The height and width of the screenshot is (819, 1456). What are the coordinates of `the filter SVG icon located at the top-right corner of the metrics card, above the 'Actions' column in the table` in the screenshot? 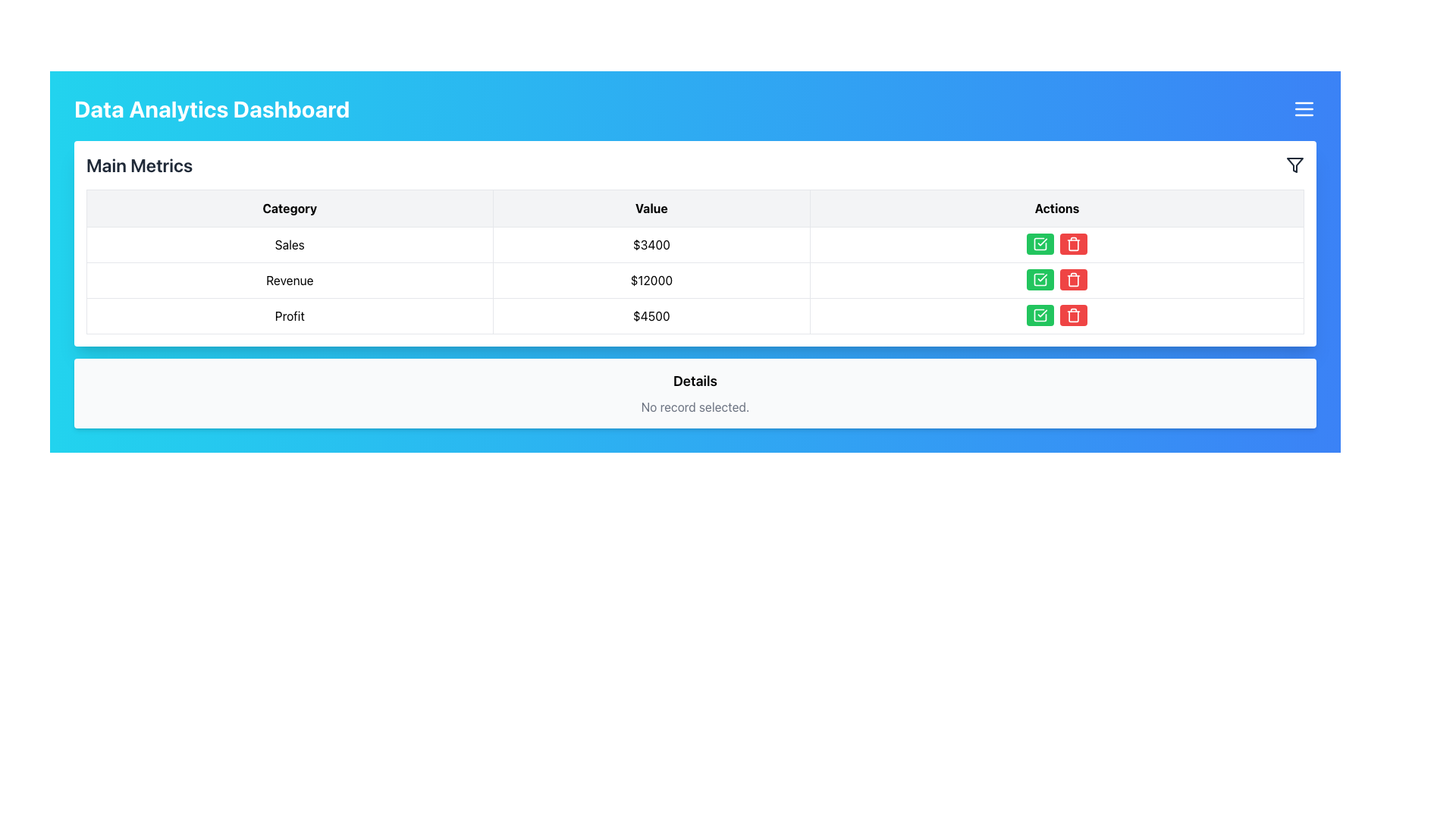 It's located at (1294, 165).